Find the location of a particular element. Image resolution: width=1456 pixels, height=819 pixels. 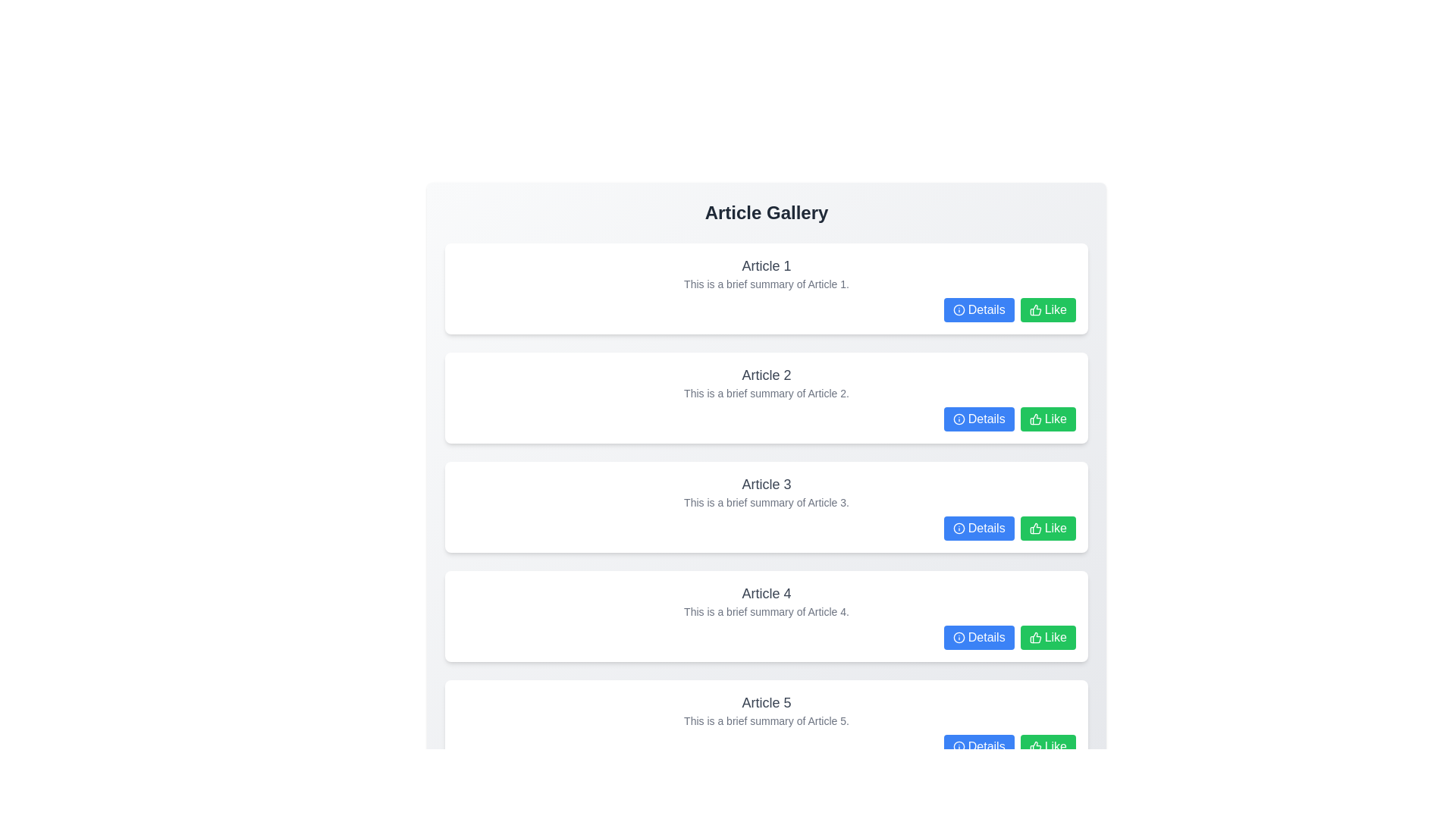

the blue 'Details' button with rounded corners, which features a white 'info' icon and white text is located at coordinates (979, 745).